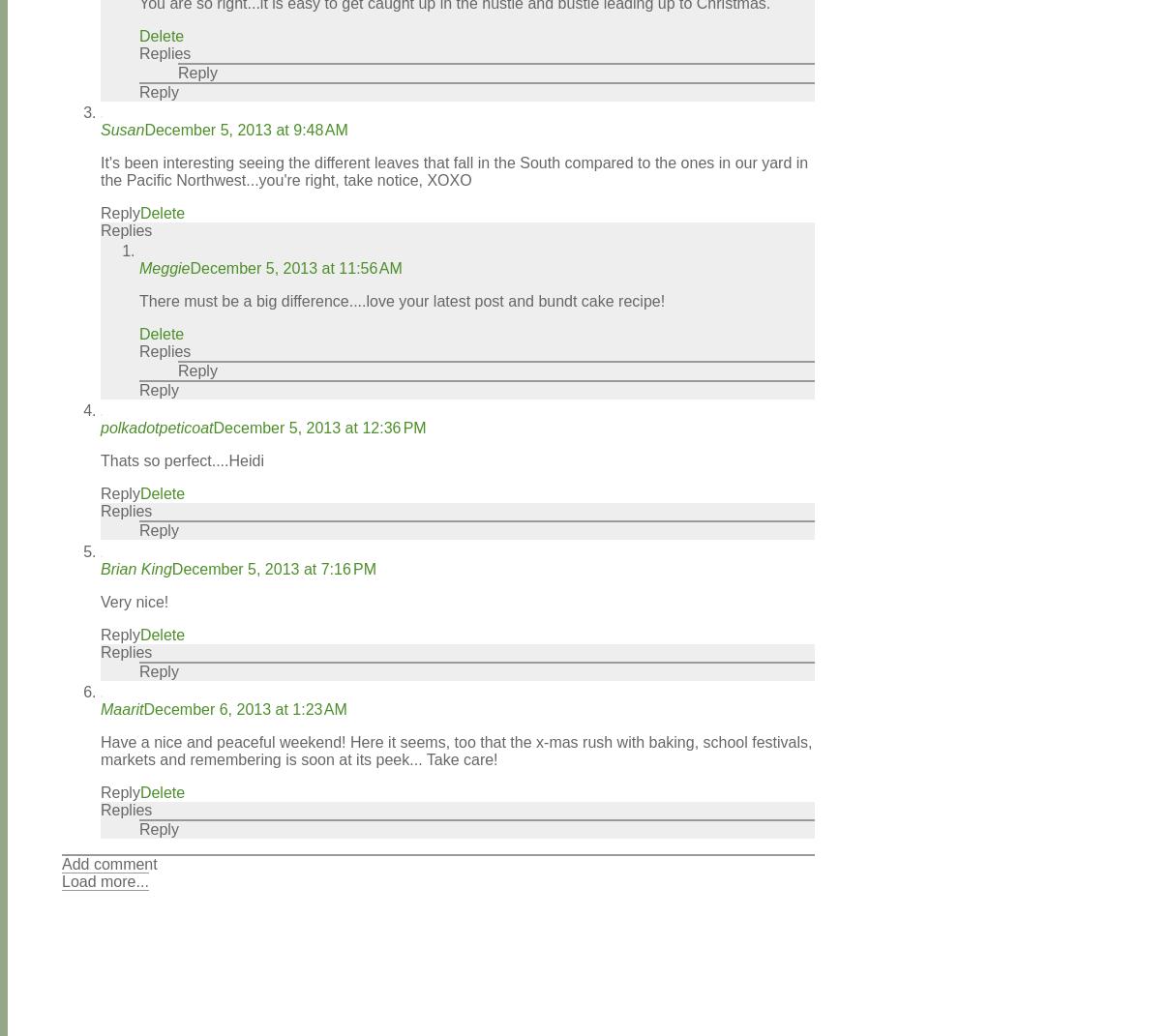 The width and height of the screenshot is (1169, 1036). What do you see at coordinates (100, 428) in the screenshot?
I see `'polkadotpeticoat'` at bounding box center [100, 428].